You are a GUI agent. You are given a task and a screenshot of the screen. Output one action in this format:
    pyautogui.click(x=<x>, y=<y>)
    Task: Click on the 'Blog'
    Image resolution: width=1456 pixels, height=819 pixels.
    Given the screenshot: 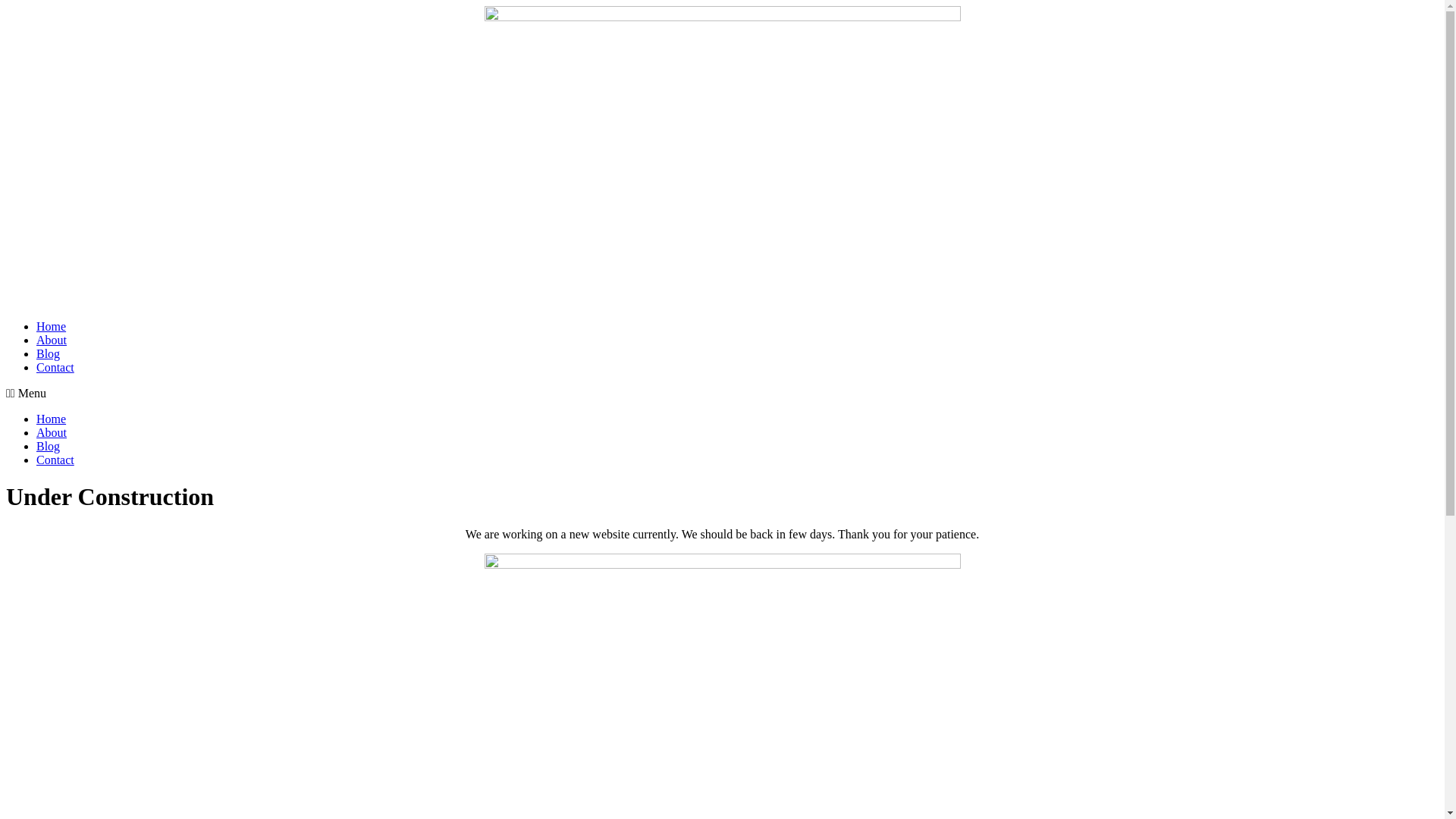 What is the action you would take?
    pyautogui.click(x=48, y=353)
    